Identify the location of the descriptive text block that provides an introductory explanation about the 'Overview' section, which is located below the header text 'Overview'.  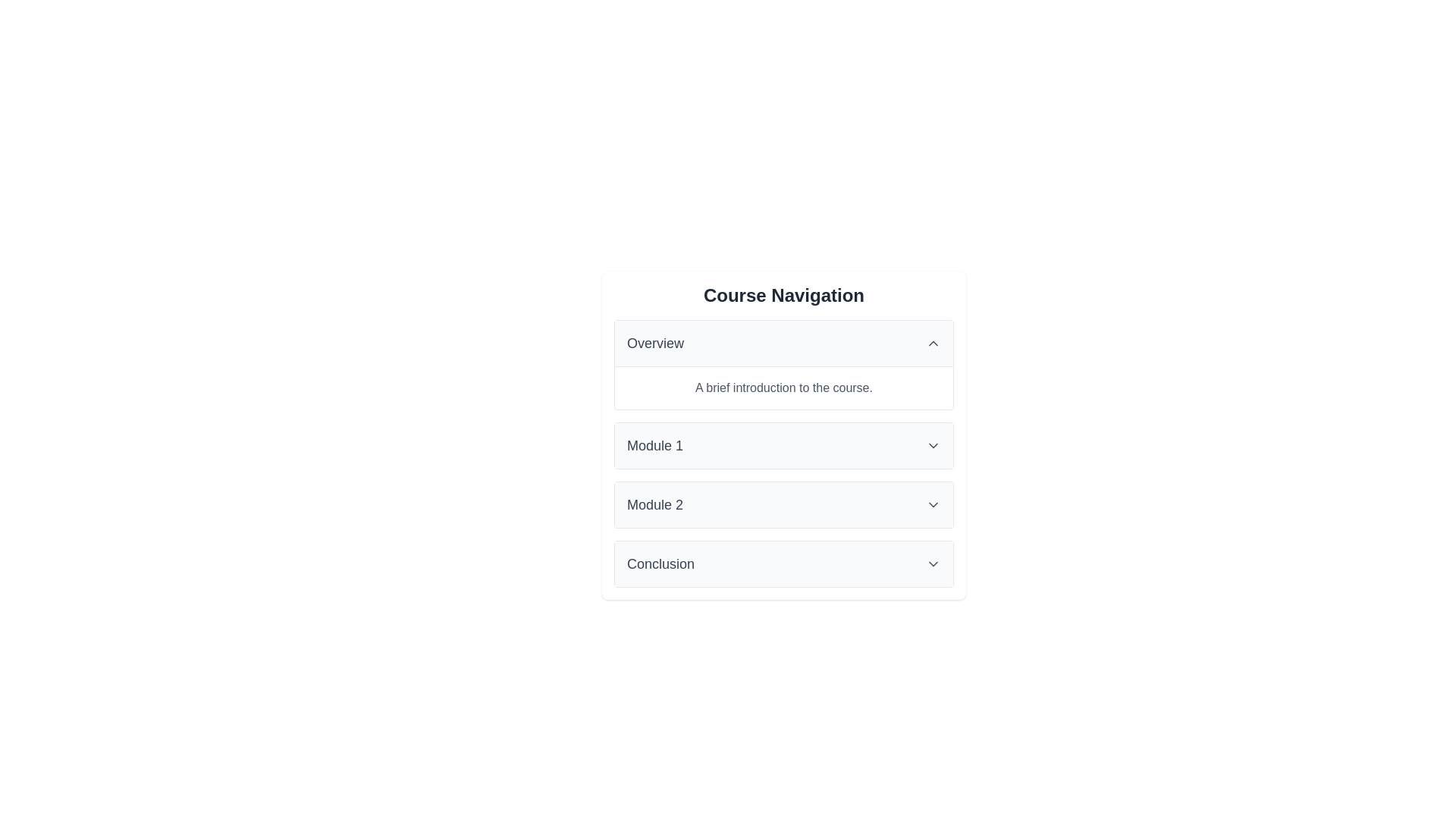
(783, 386).